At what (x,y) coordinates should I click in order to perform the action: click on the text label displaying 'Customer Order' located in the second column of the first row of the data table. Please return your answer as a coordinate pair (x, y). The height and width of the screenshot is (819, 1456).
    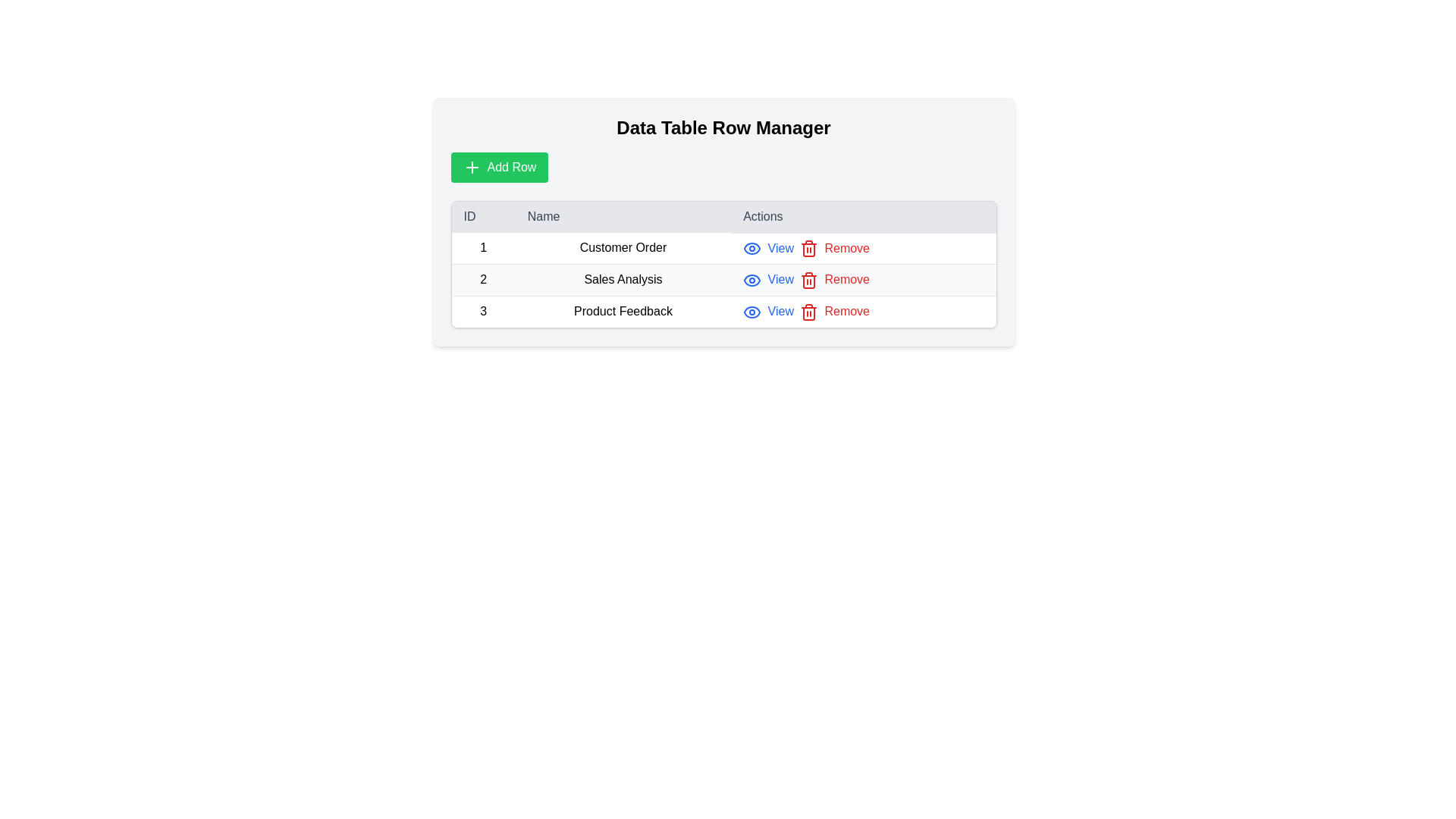
    Looking at the image, I should click on (623, 247).